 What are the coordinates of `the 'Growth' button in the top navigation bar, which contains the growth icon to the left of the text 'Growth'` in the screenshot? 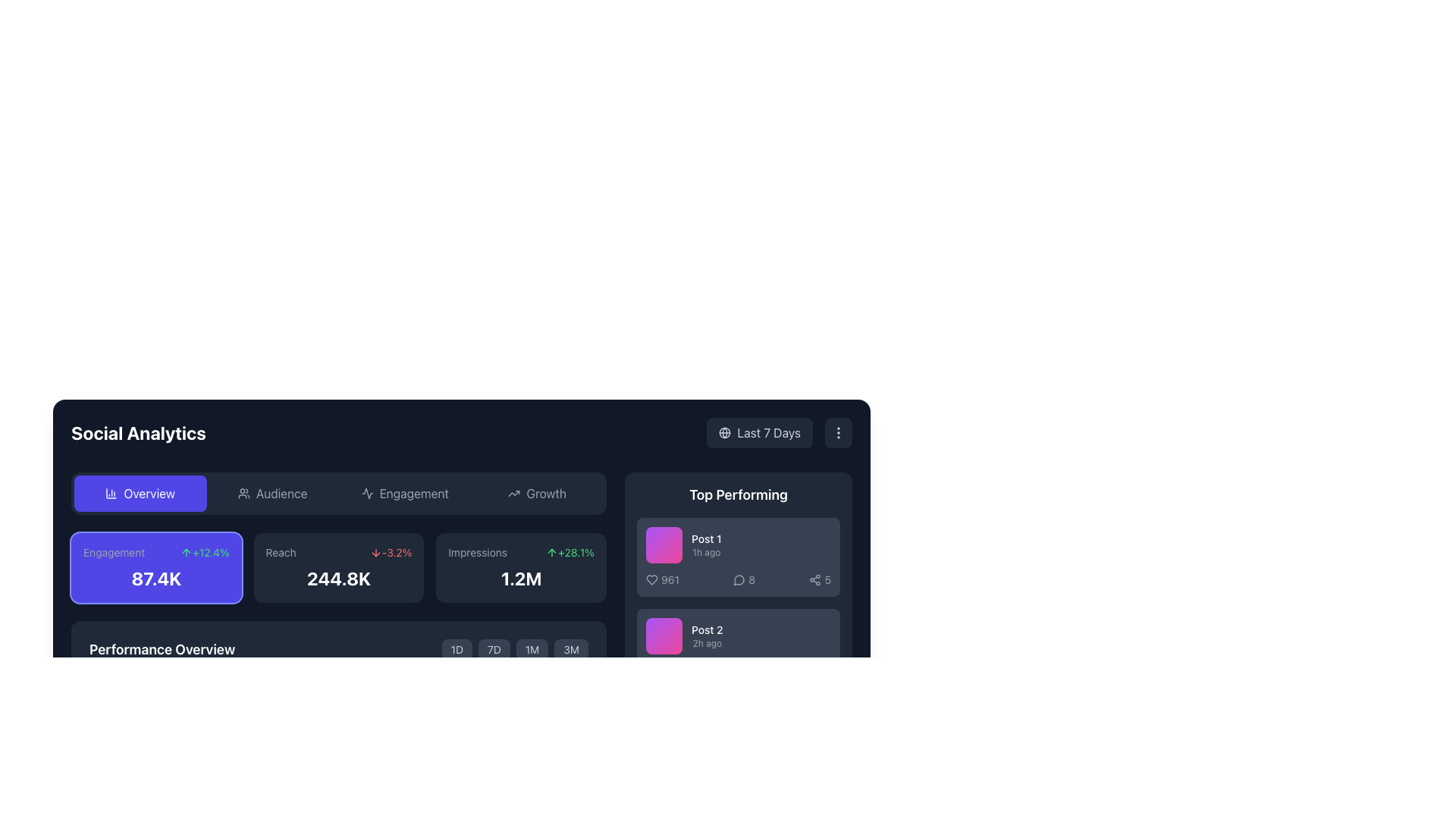 It's located at (514, 494).